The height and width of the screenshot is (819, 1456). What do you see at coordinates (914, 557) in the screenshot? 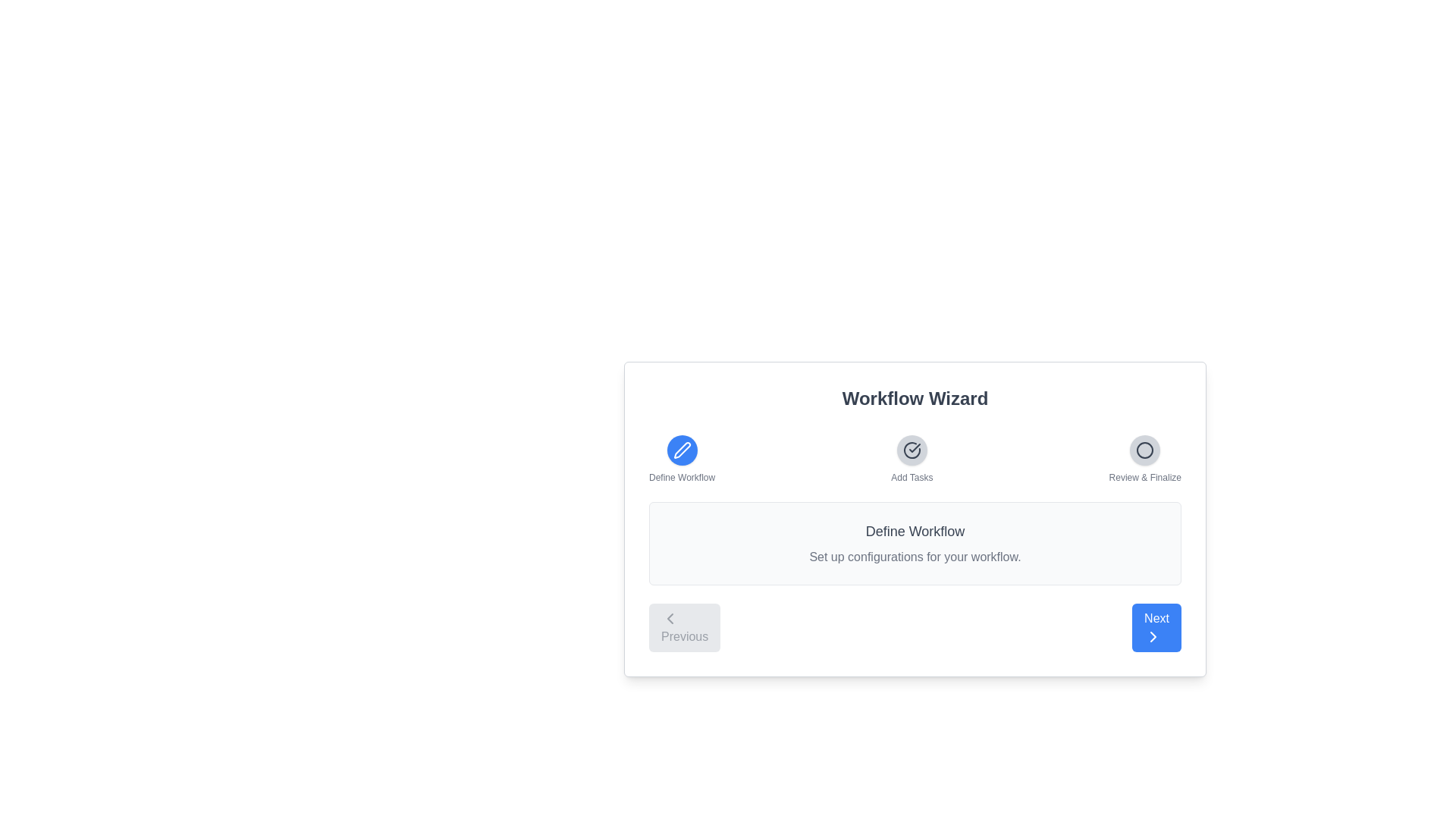
I see `text label providing guidance for the workflow setup process, located below the header 'Define Workflow' and within a panel with a light gray background` at bounding box center [914, 557].